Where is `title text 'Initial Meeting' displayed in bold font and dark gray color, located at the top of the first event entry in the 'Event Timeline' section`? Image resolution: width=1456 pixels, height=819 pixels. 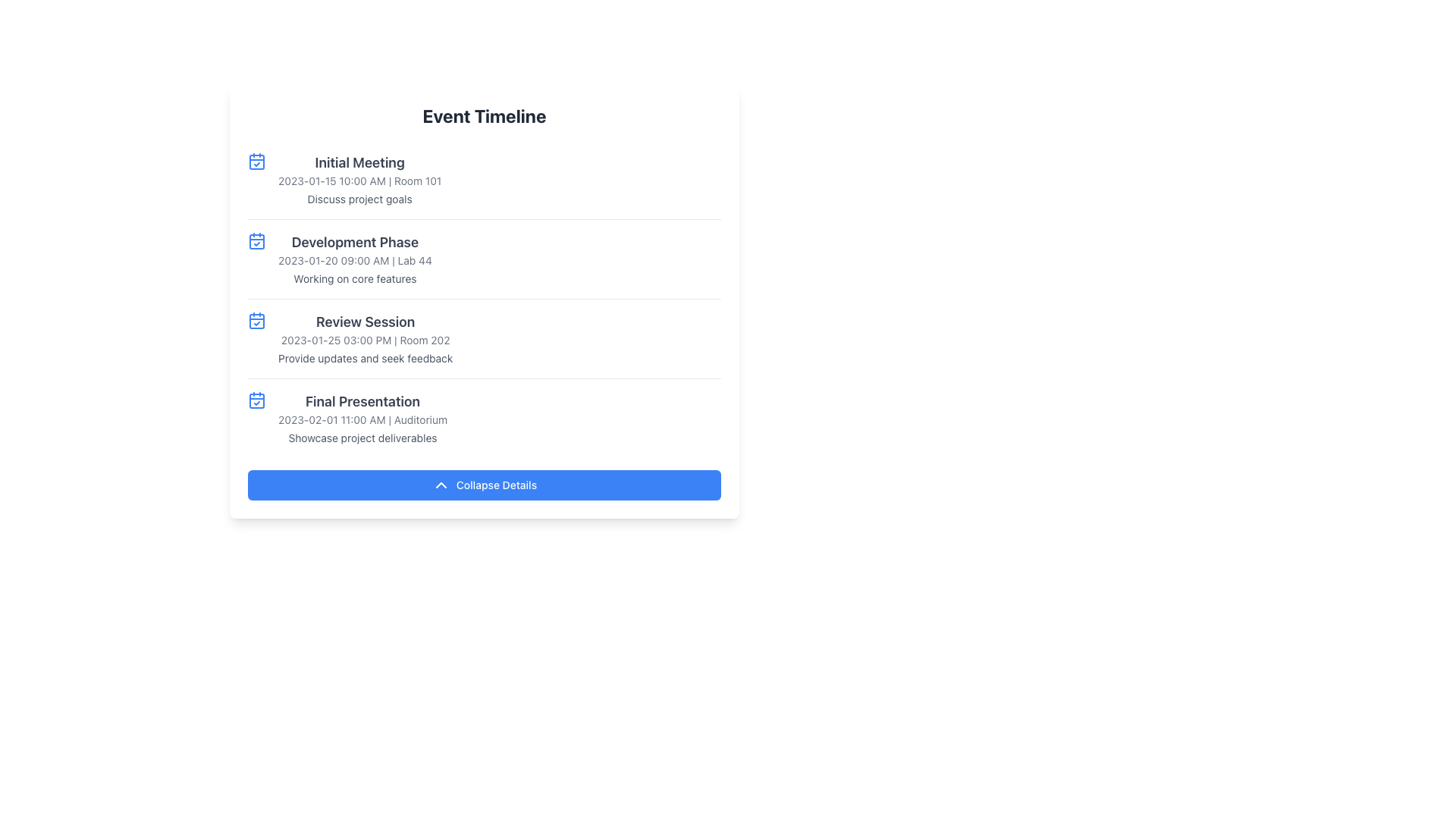
title text 'Initial Meeting' displayed in bold font and dark gray color, located at the top of the first event entry in the 'Event Timeline' section is located at coordinates (359, 163).